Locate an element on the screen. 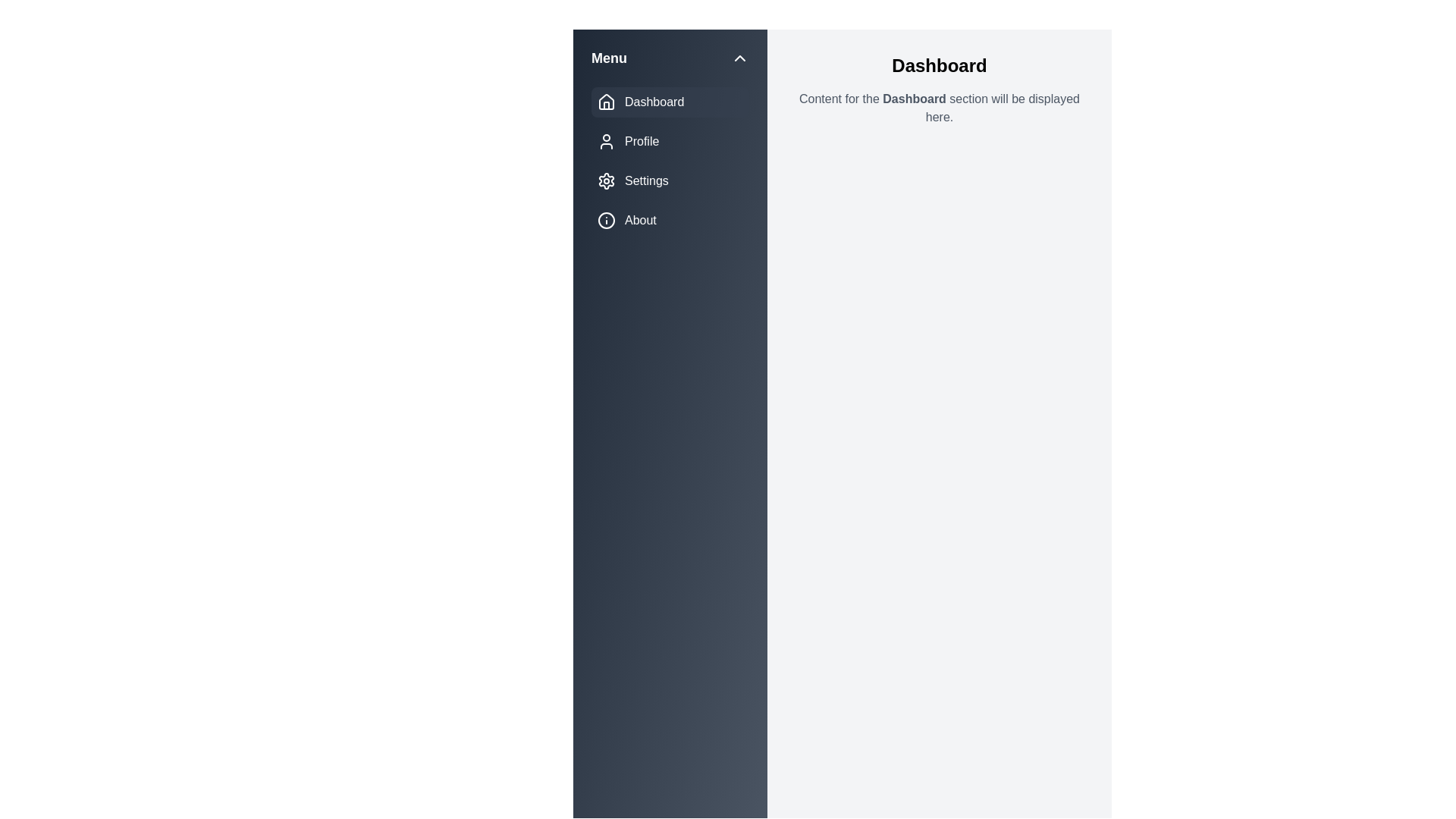  the 'About' text label, which is the last item in the sidebar menu is located at coordinates (640, 220).